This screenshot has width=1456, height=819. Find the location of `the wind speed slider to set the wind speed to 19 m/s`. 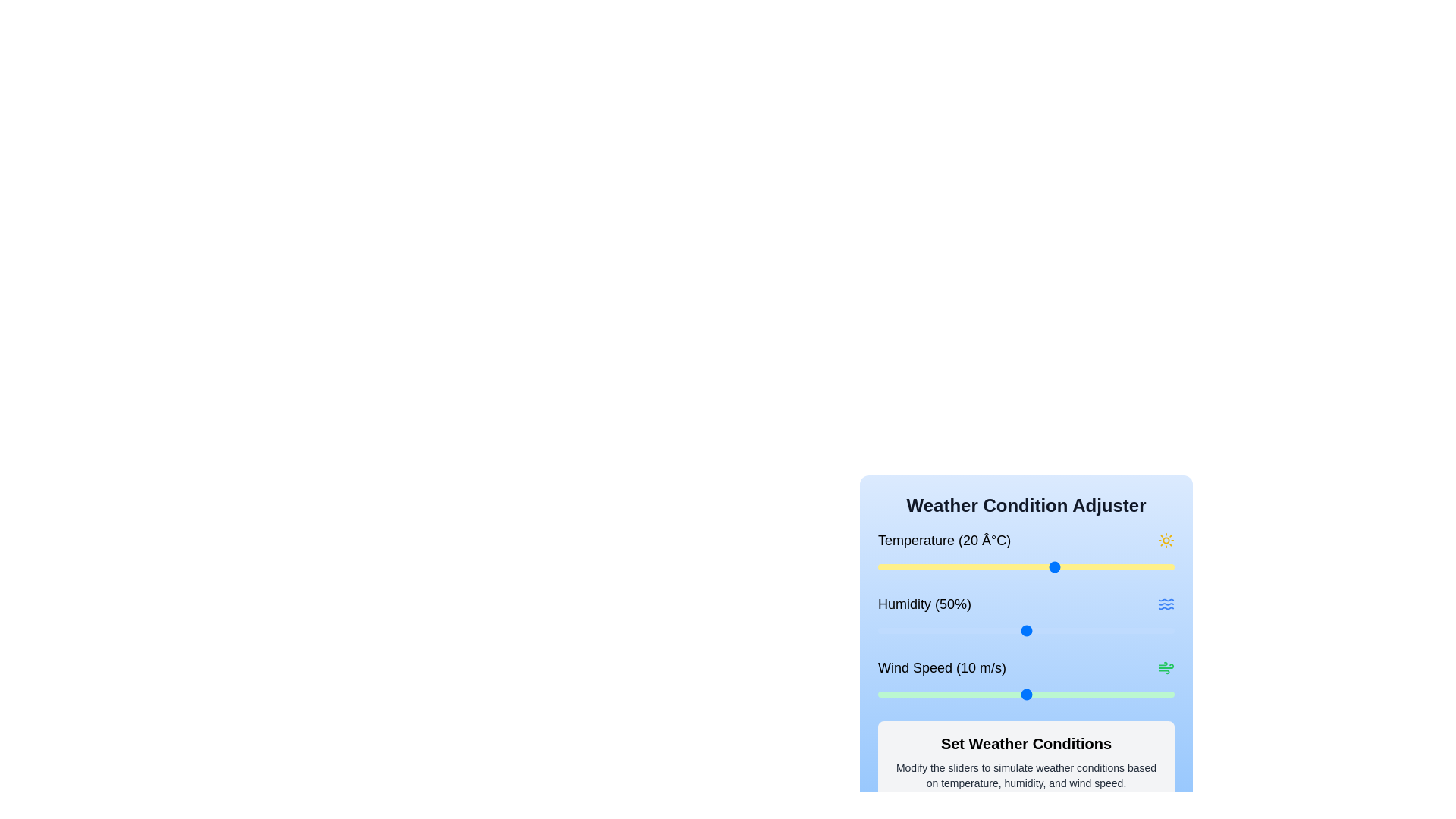

the wind speed slider to set the wind speed to 19 m/s is located at coordinates (1159, 694).